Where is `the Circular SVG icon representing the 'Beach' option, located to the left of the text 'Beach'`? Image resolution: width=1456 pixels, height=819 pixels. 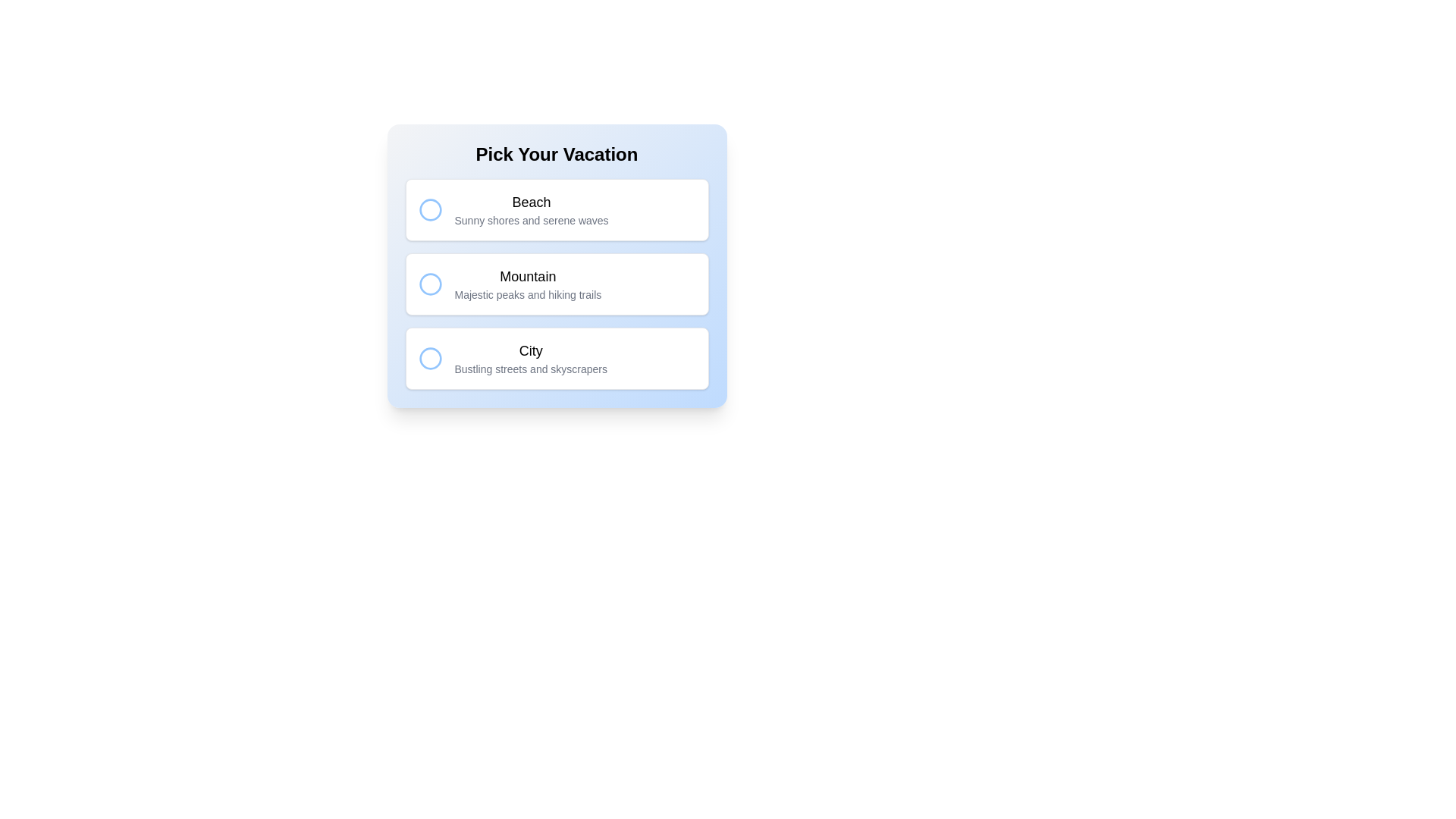 the Circular SVG icon representing the 'Beach' option, located to the left of the text 'Beach' is located at coordinates (429, 210).